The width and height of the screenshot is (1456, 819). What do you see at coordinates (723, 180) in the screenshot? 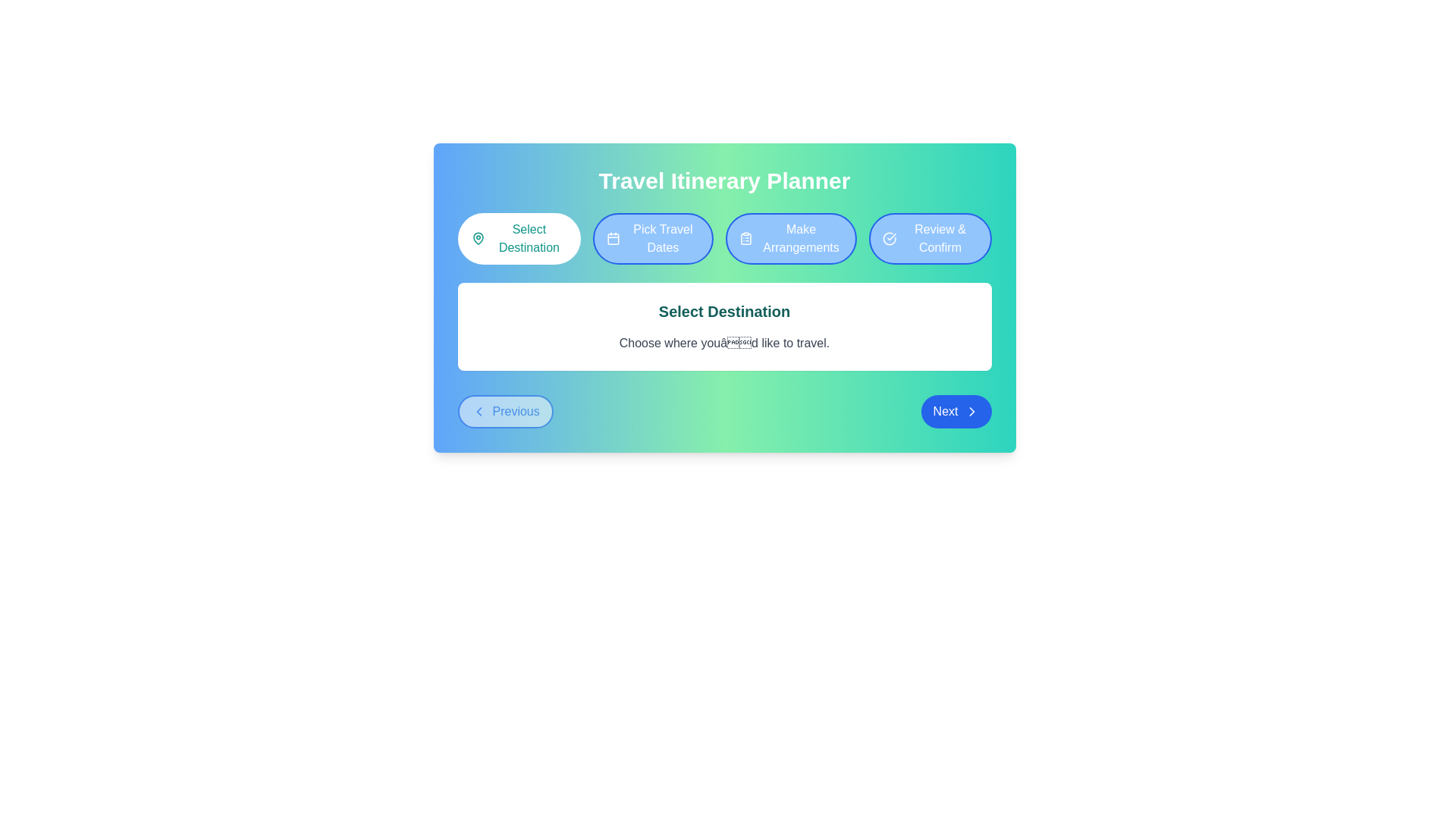
I see `the text label displaying 'Travel Itinerary Planner' which is centered at the top of the card` at bounding box center [723, 180].